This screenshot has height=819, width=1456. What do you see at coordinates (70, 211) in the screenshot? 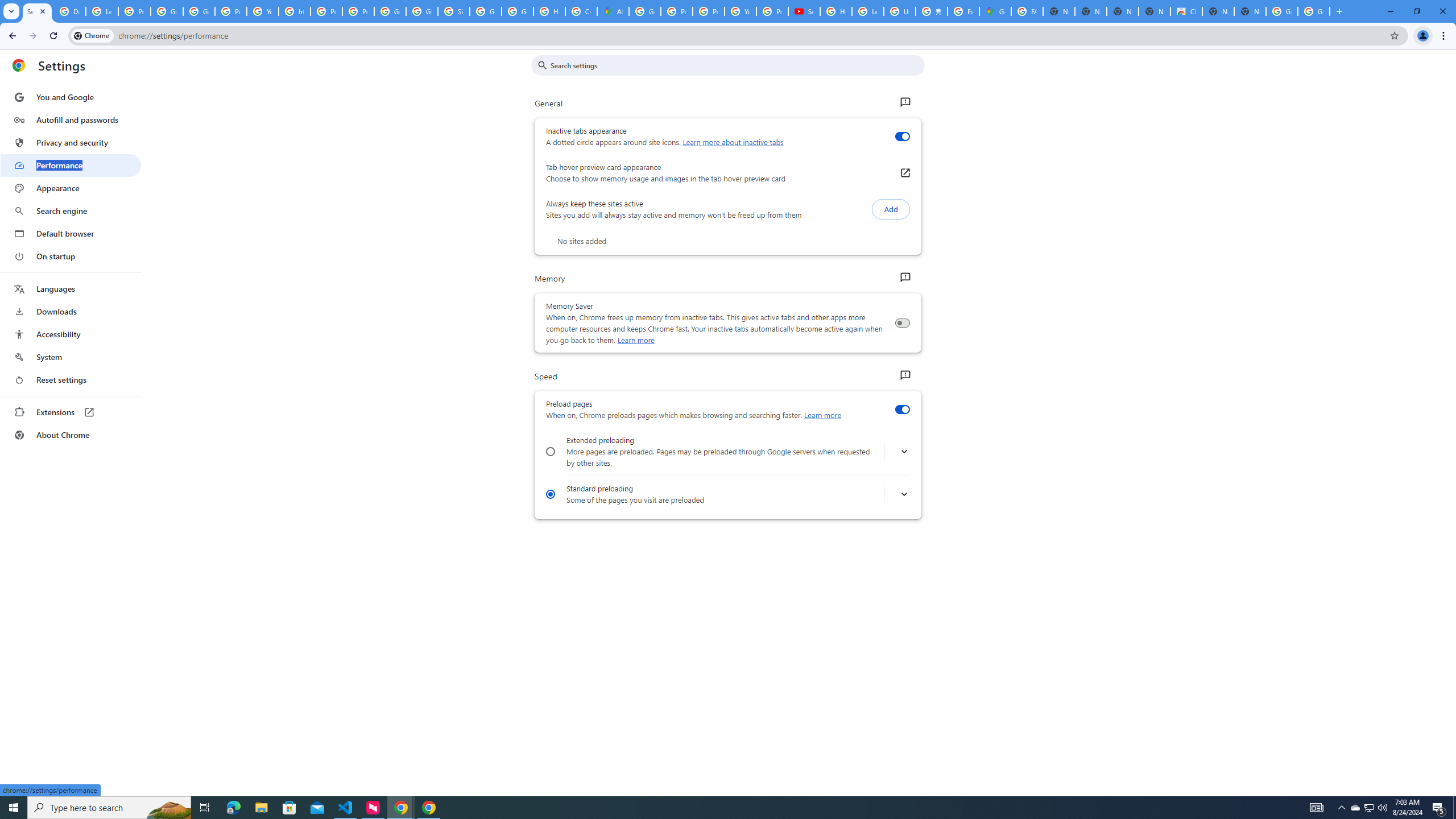
I see `'Search engine'` at bounding box center [70, 211].